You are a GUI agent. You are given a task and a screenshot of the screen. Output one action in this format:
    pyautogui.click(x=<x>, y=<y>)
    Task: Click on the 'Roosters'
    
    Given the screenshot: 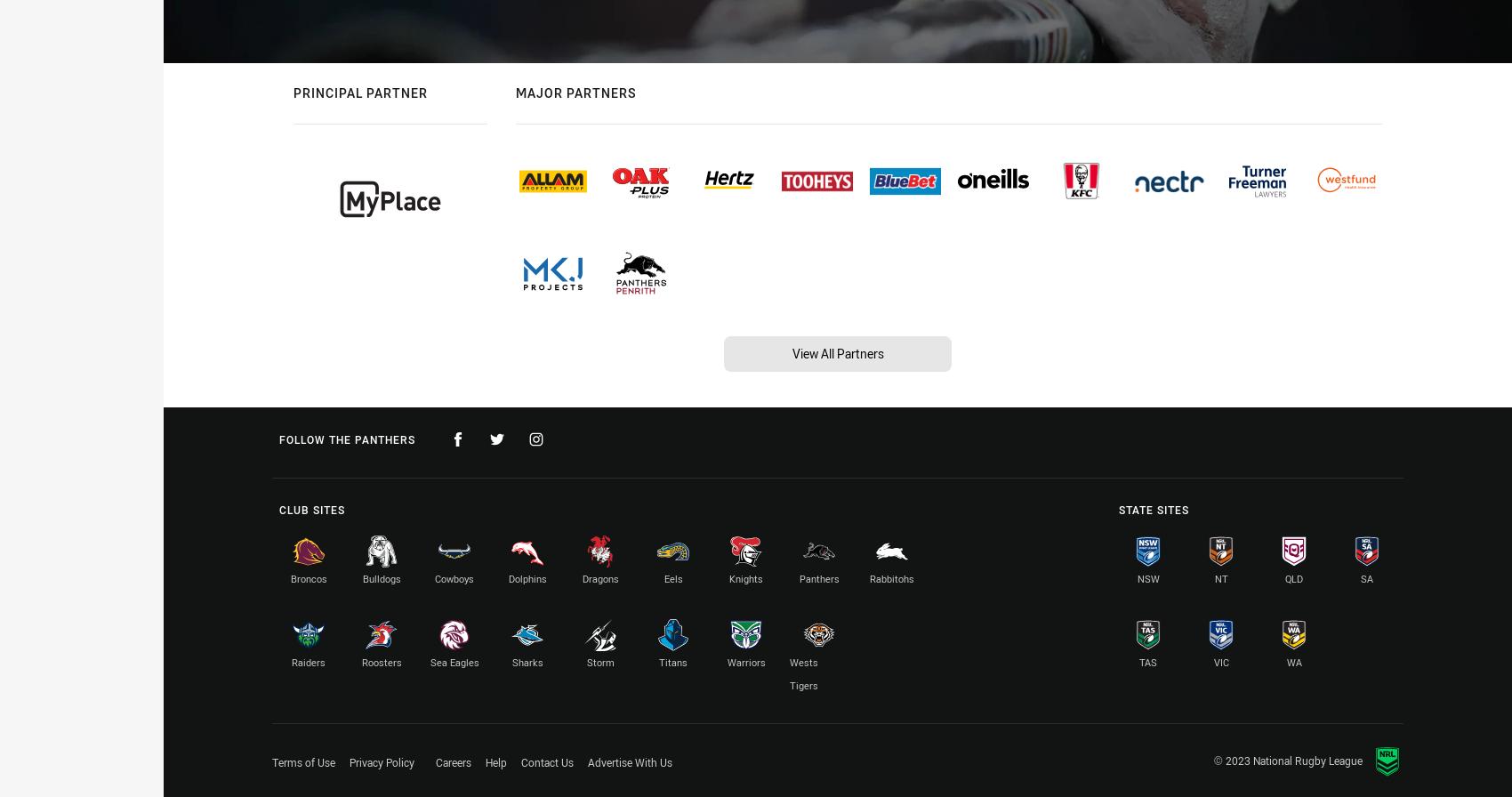 What is the action you would take?
    pyautogui.click(x=359, y=662)
    